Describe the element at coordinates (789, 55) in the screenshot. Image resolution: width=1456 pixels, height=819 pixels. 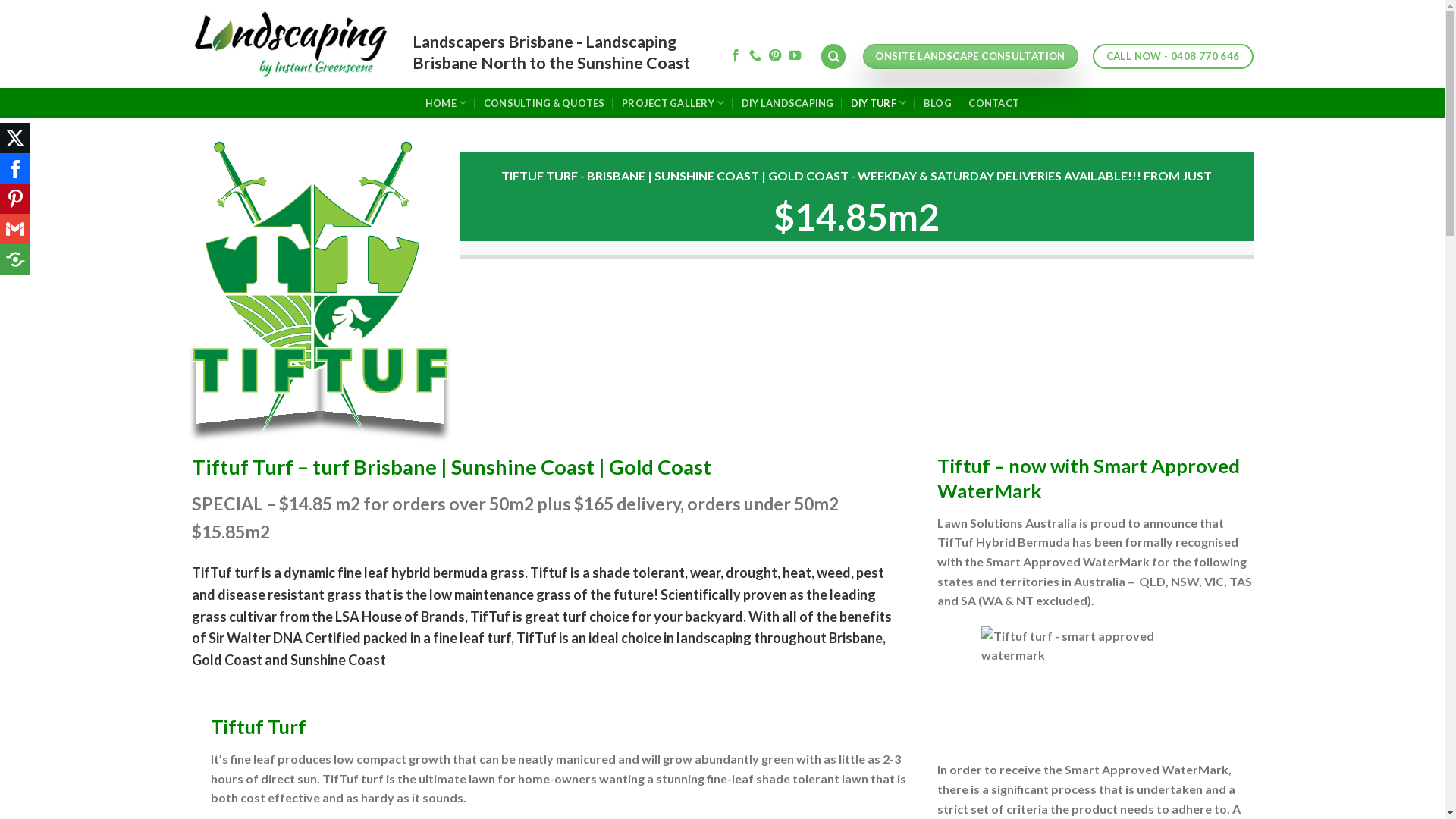
I see `'Follow on YouTube'` at that location.